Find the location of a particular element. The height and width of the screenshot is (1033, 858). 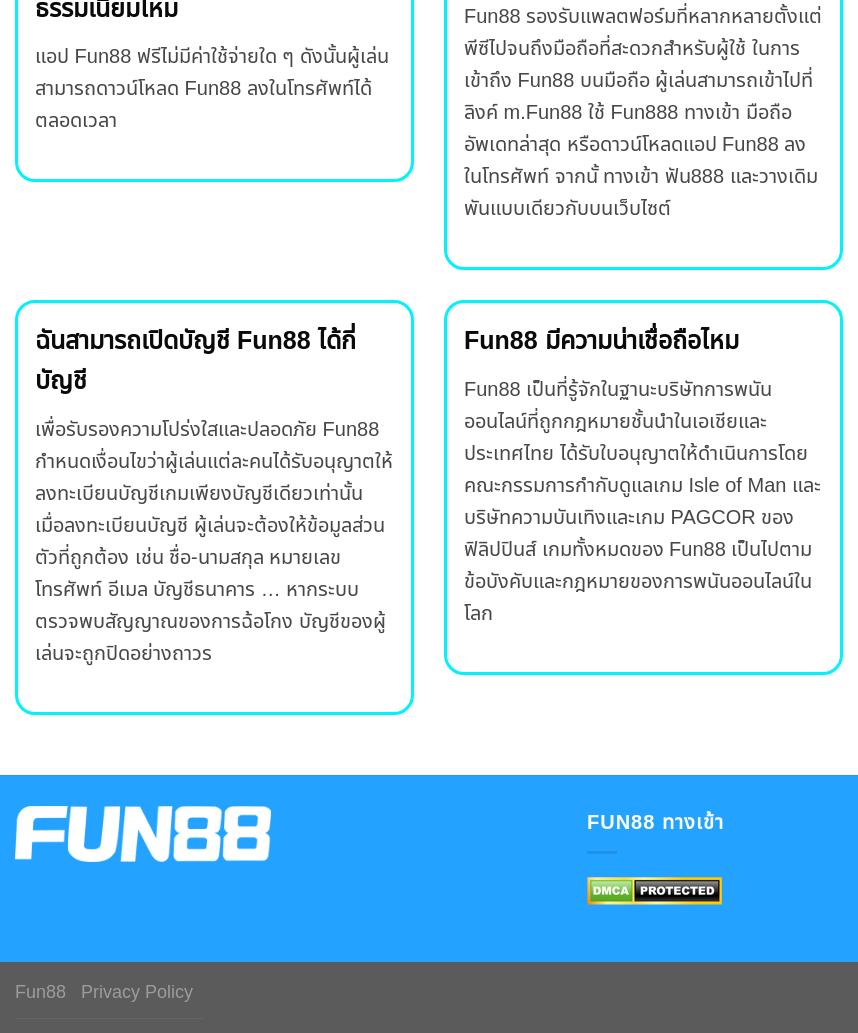

'Privacy Policy' is located at coordinates (79, 989).